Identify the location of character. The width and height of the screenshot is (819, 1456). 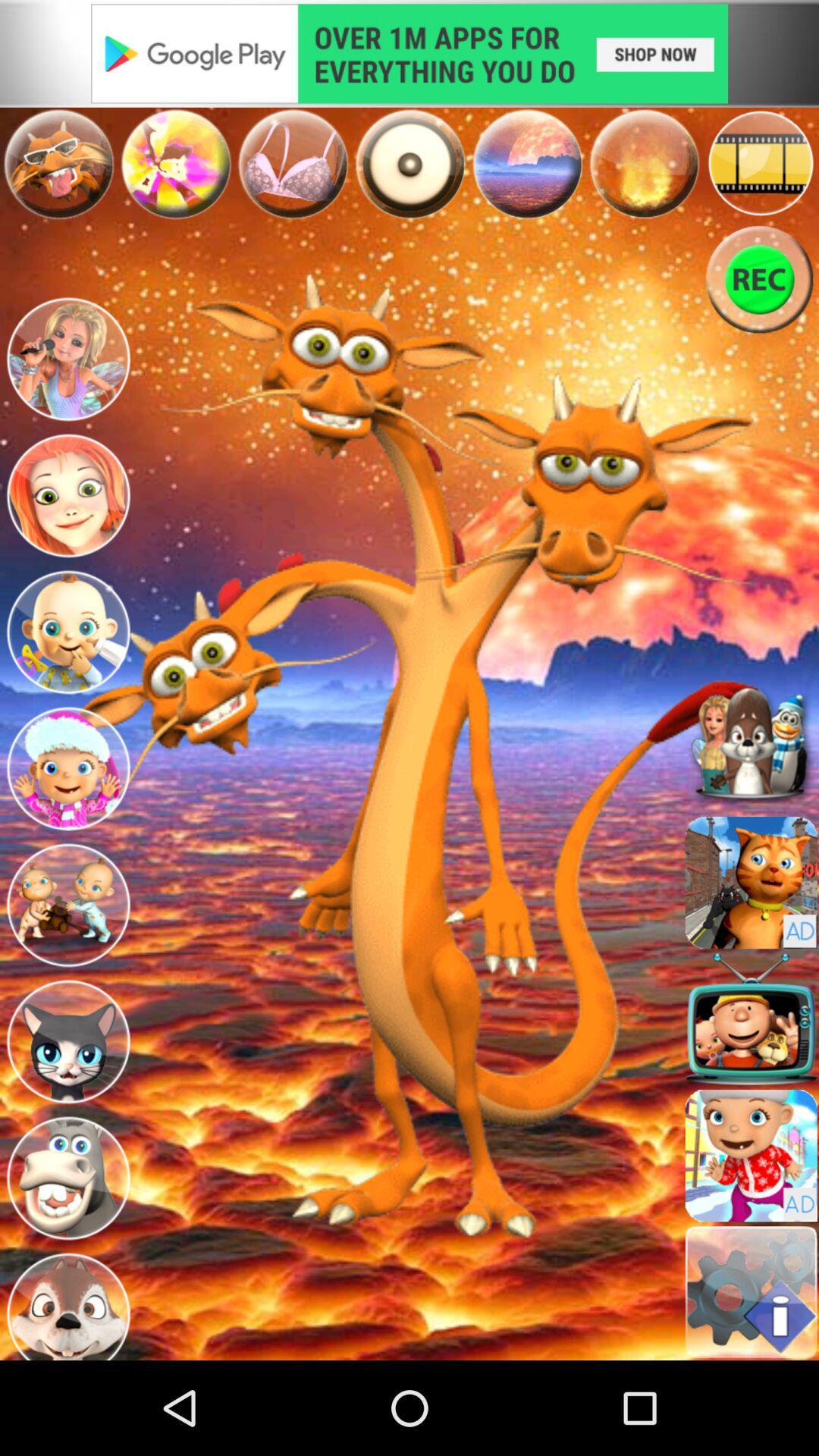
(67, 632).